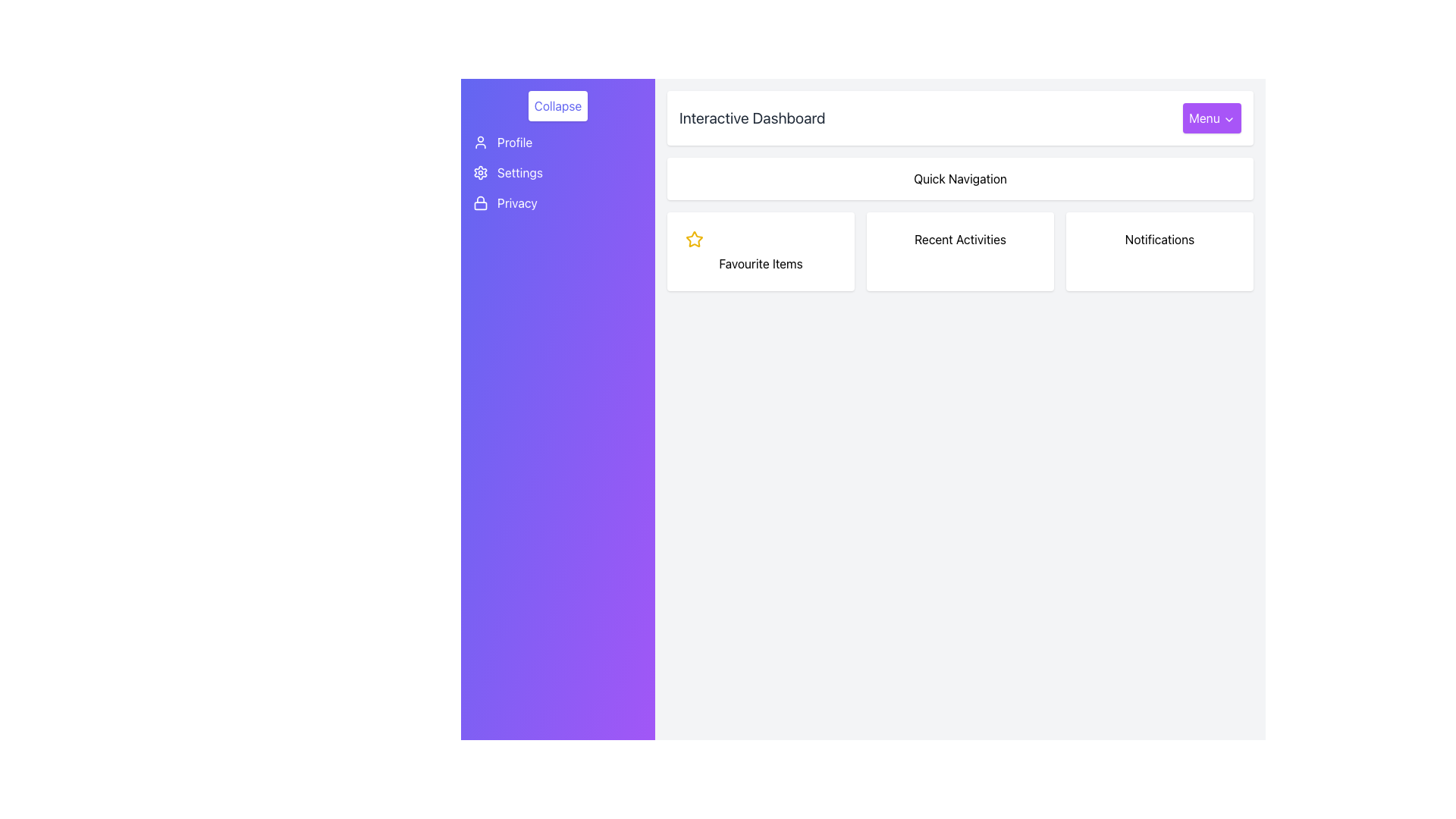  I want to click on the first navigation link in the left sidebar menu, so click(557, 143).